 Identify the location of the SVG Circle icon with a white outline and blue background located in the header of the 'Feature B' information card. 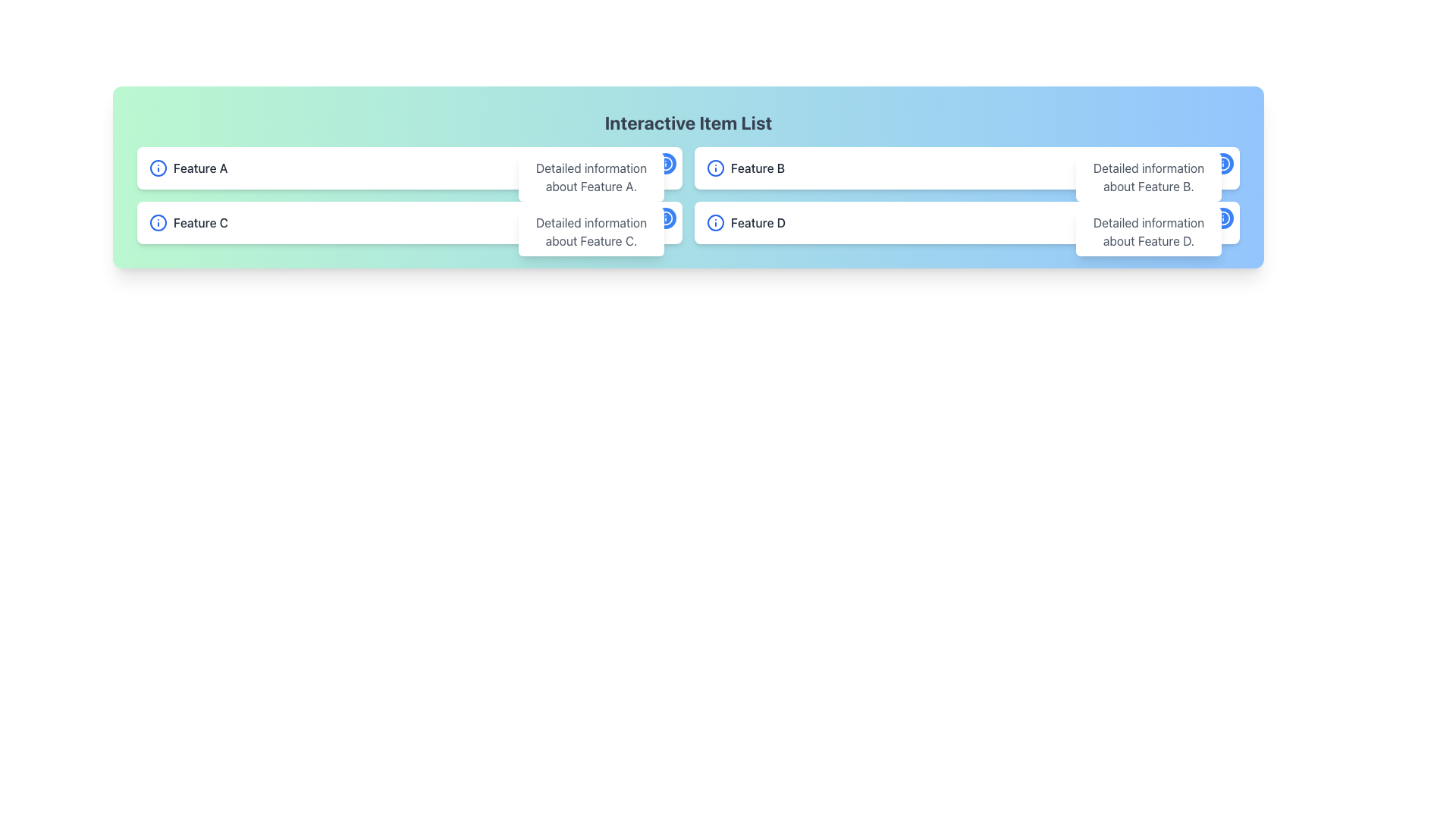
(666, 164).